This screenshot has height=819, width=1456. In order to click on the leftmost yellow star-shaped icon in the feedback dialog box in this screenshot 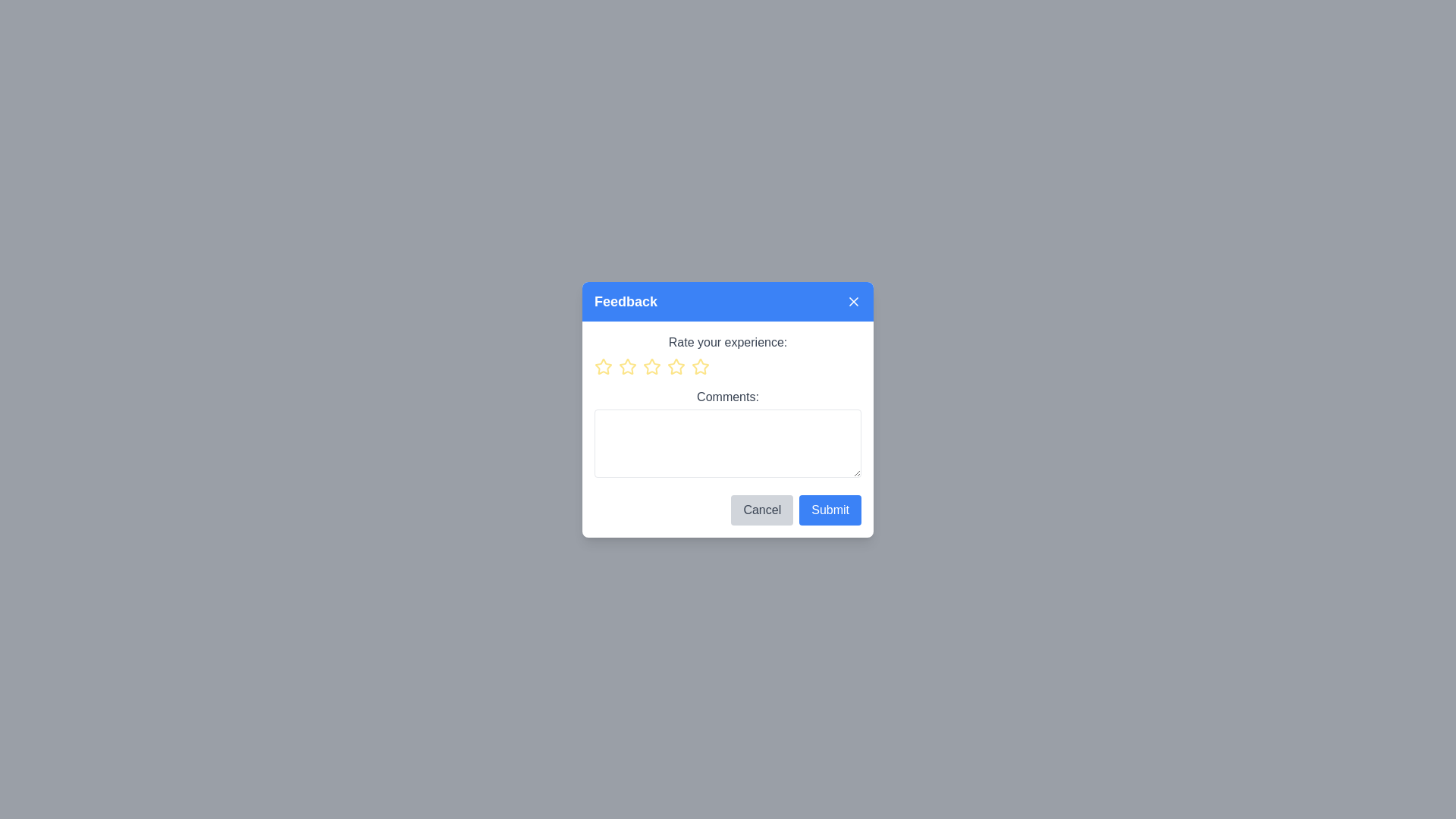, I will do `click(603, 366)`.